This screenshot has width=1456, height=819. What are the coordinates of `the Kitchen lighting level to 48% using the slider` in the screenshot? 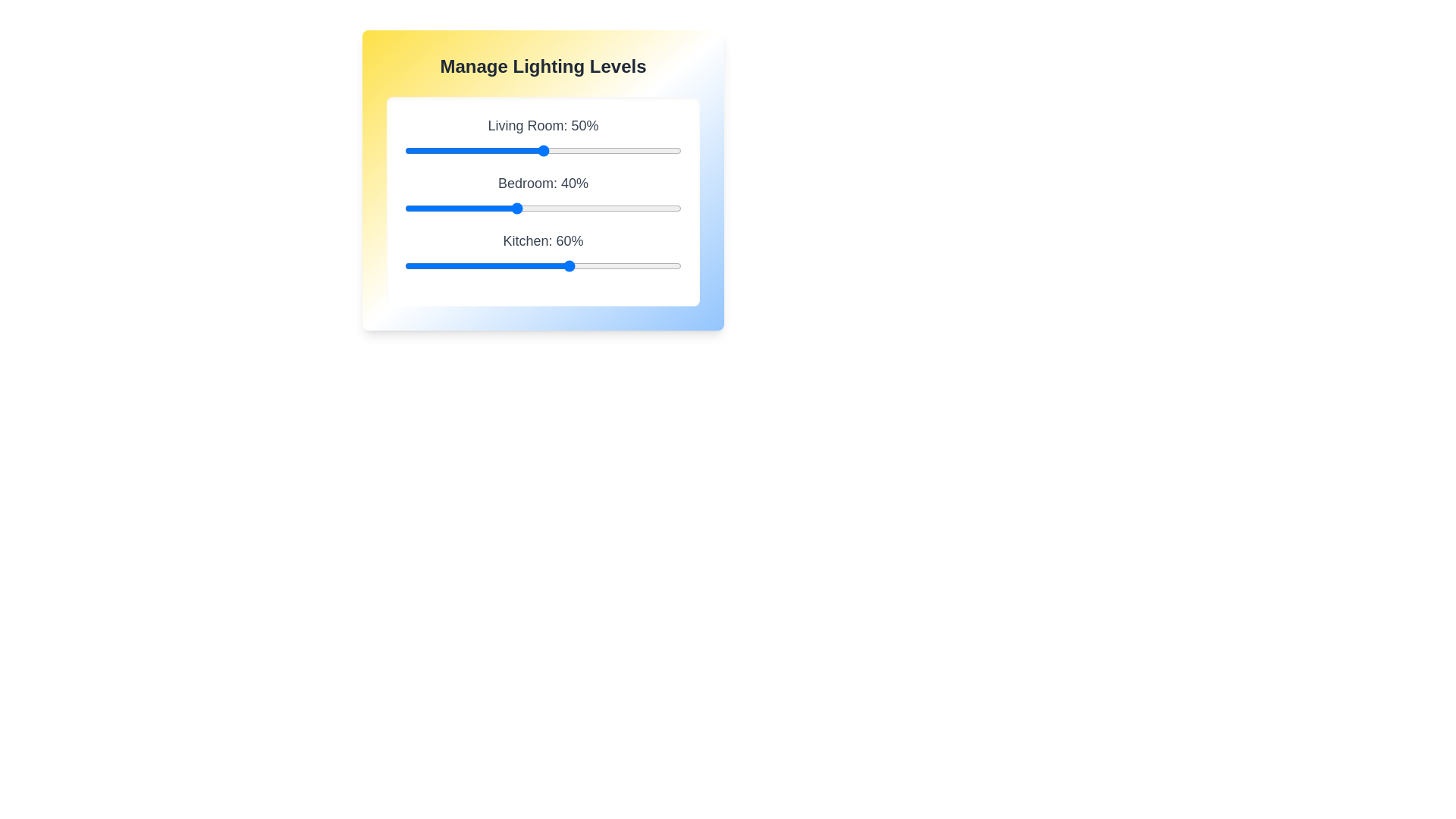 It's located at (538, 265).